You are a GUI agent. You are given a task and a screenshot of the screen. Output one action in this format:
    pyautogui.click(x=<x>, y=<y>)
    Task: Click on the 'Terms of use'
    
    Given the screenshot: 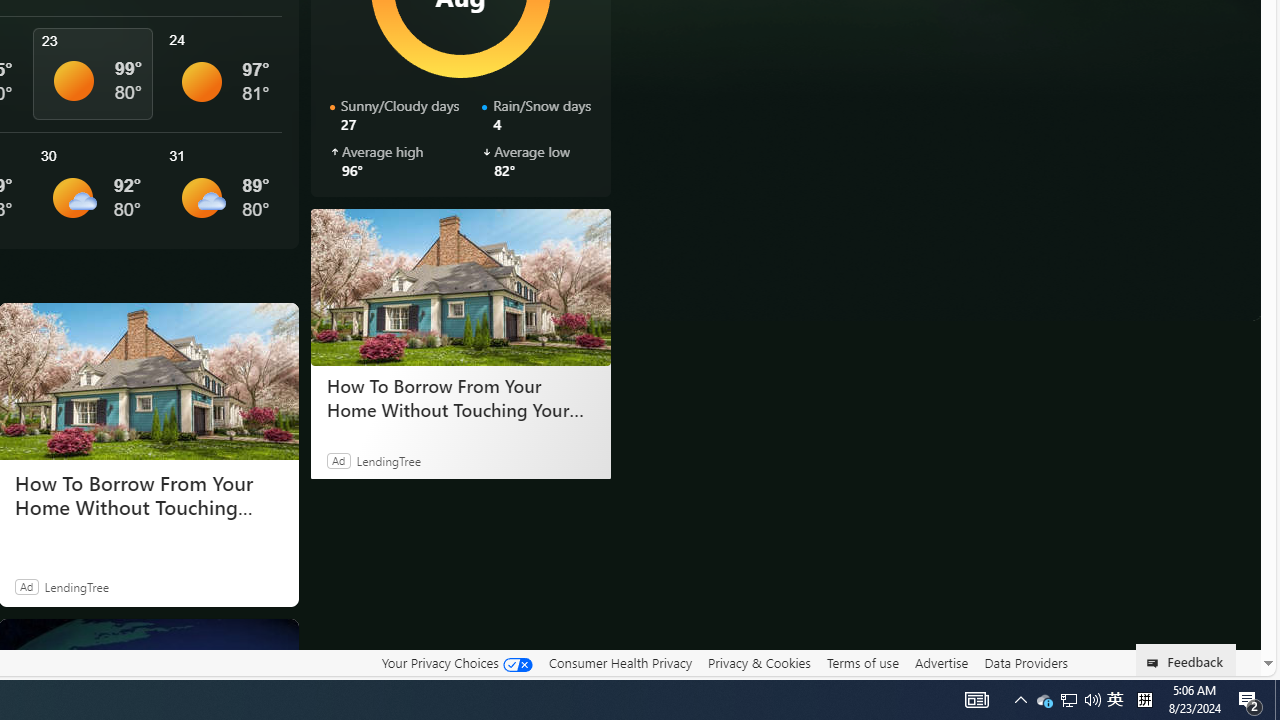 What is the action you would take?
    pyautogui.click(x=862, y=662)
    